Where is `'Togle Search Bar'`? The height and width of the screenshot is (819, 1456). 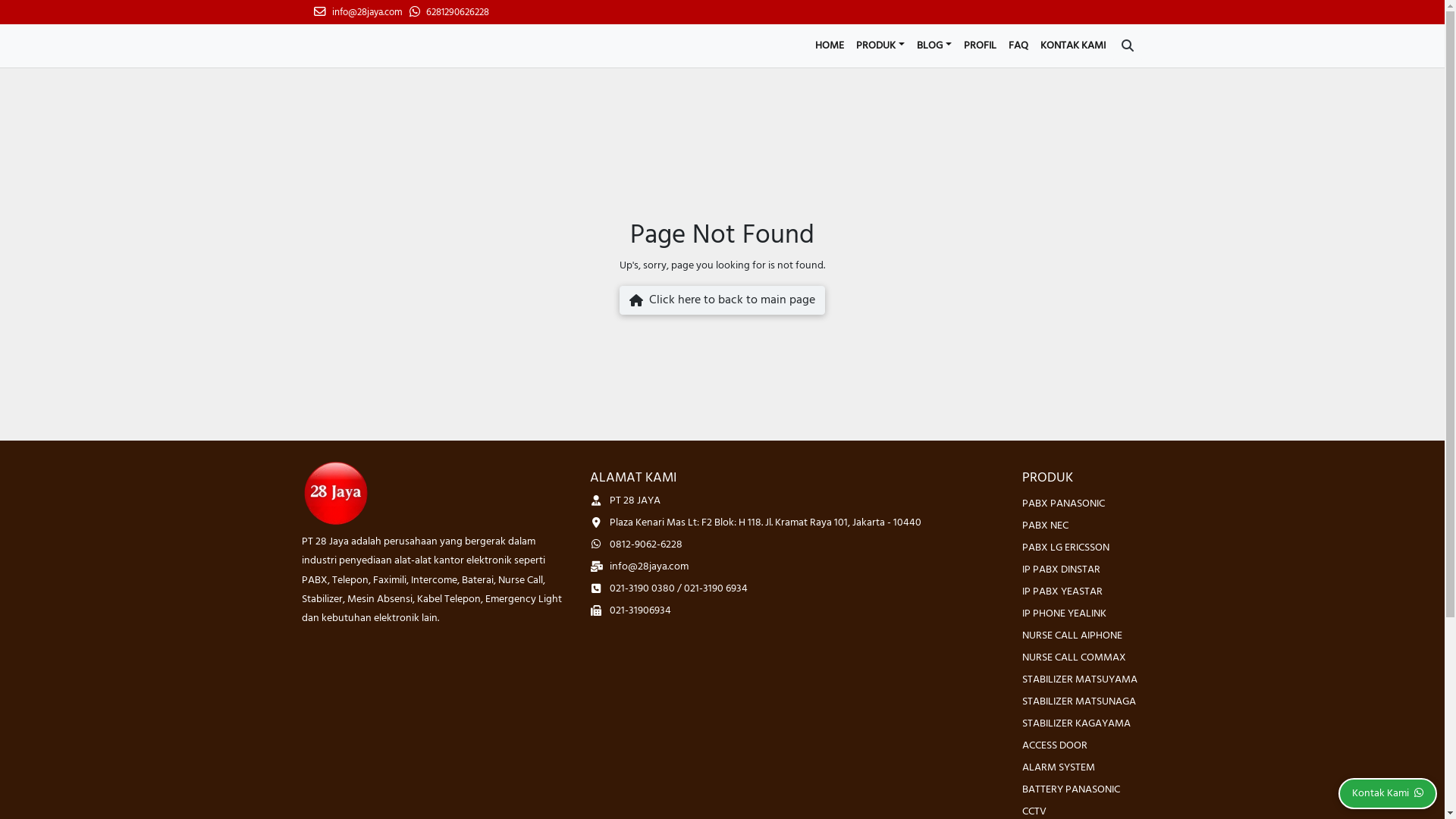 'Togle Search Bar' is located at coordinates (1127, 45).